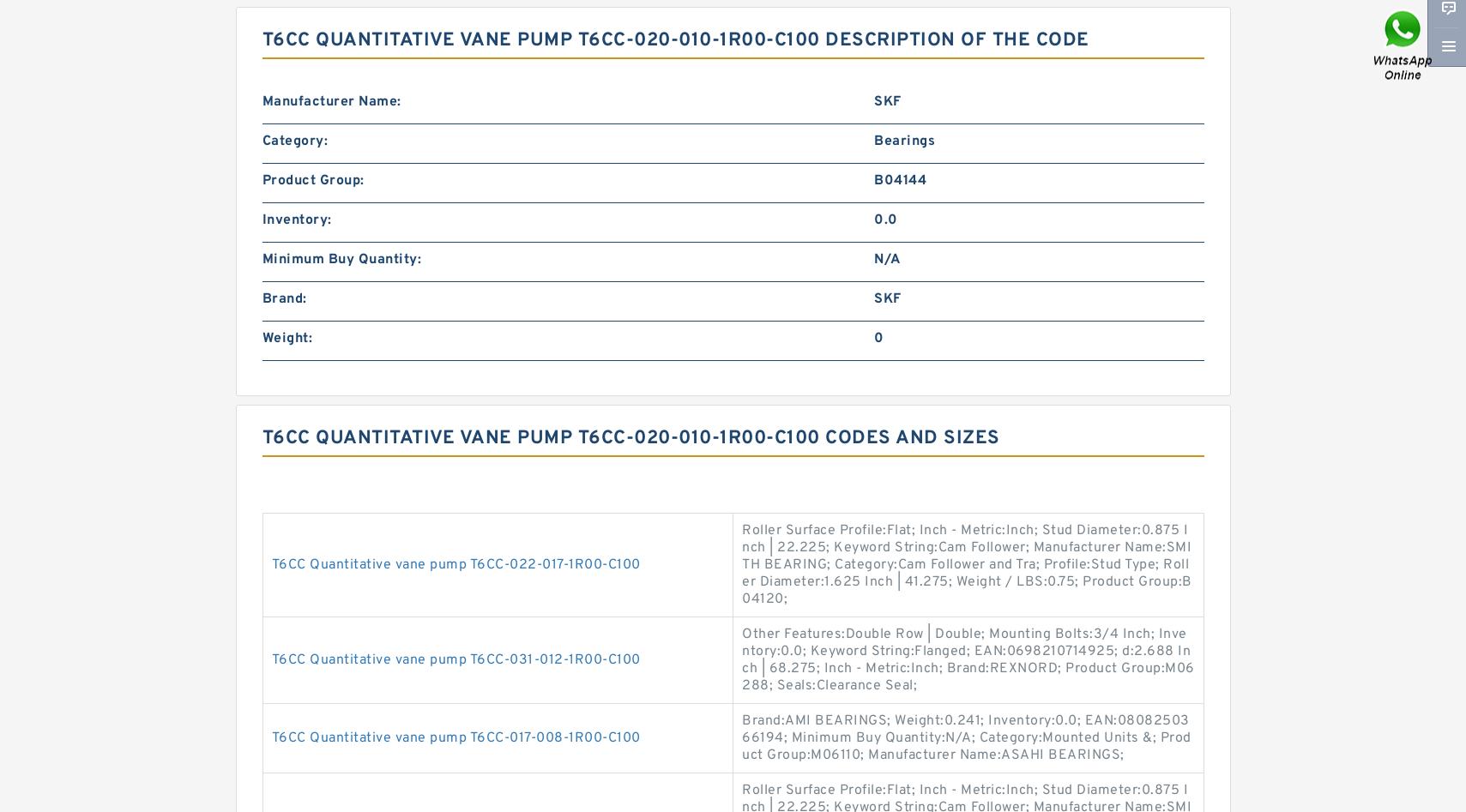  I want to click on 'Product Group:', so click(311, 180).